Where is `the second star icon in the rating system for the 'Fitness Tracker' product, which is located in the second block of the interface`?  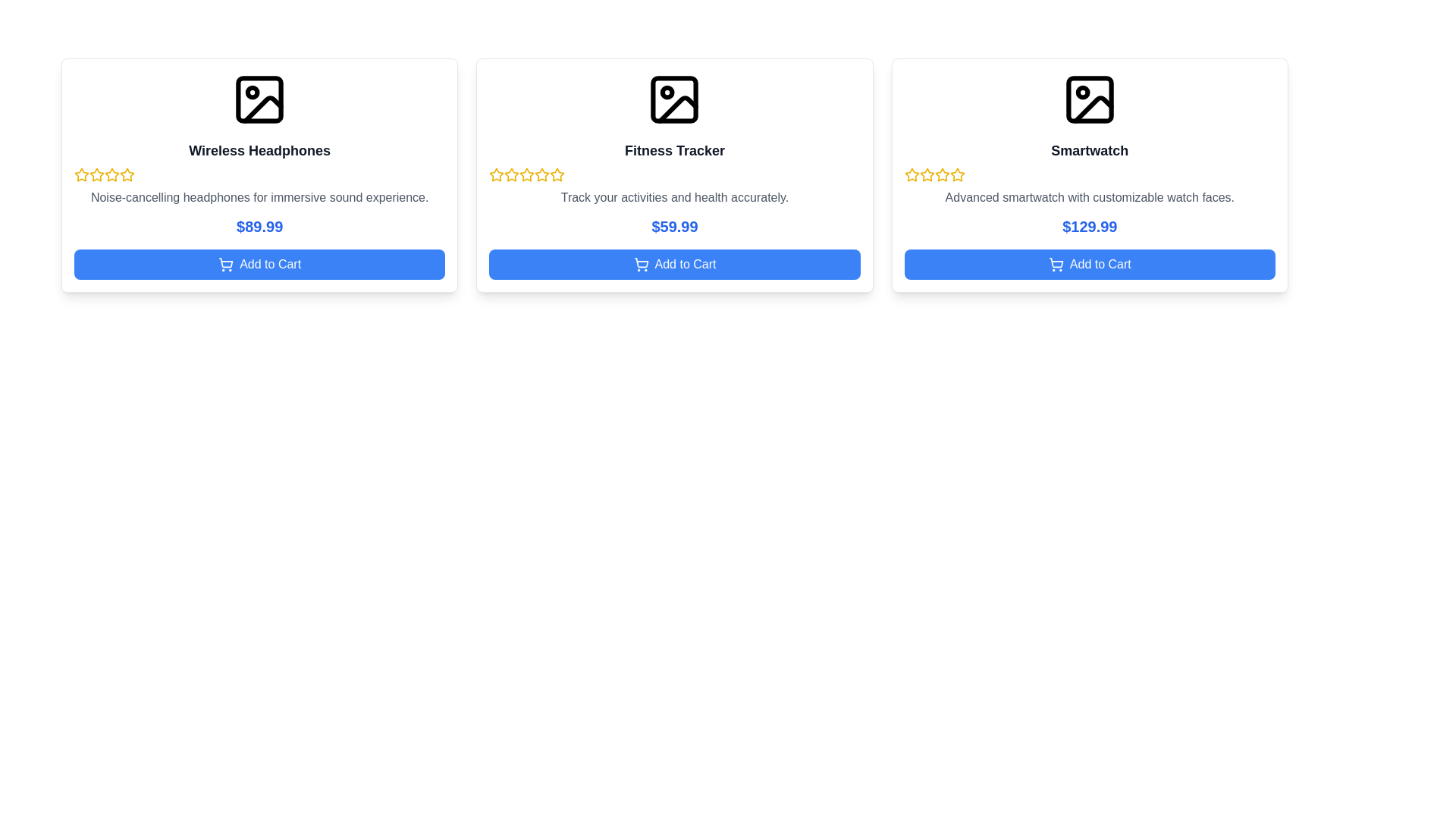 the second star icon in the rating system for the 'Fitness Tracker' product, which is located in the second block of the interface is located at coordinates (512, 174).